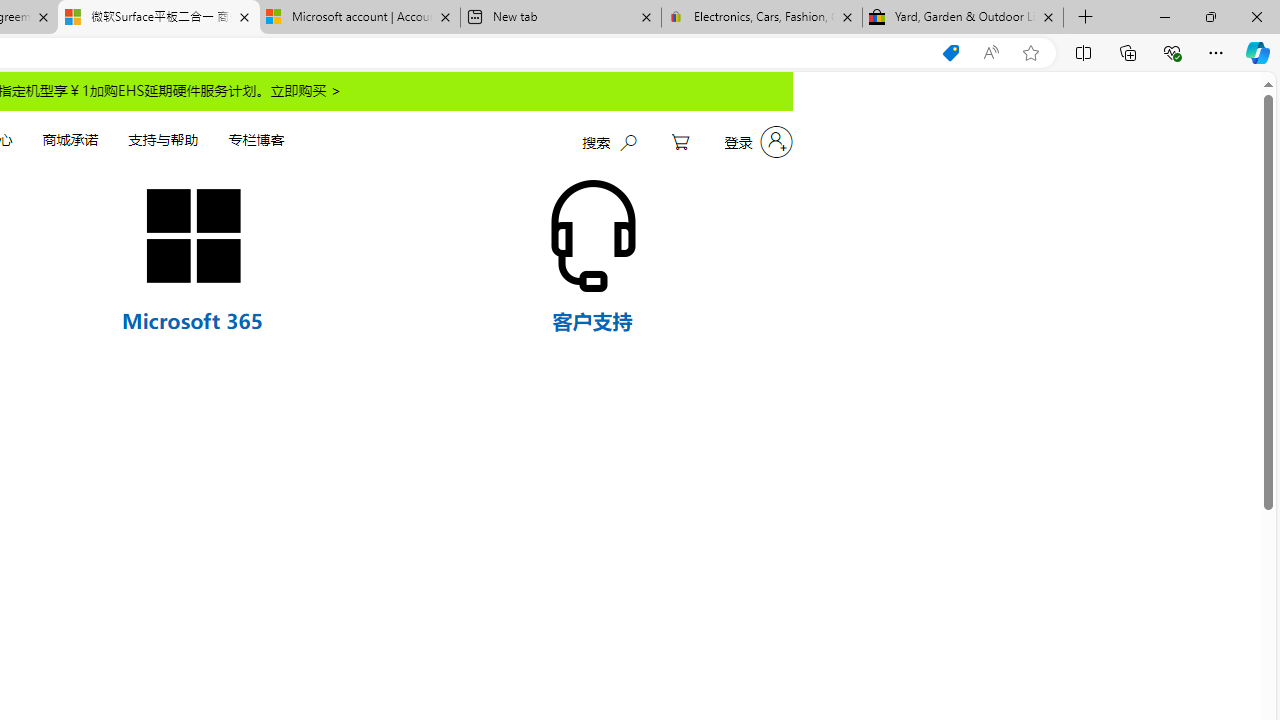 Image resolution: width=1280 pixels, height=720 pixels. I want to click on 'Settings and more (Alt+F)', so click(1215, 51).